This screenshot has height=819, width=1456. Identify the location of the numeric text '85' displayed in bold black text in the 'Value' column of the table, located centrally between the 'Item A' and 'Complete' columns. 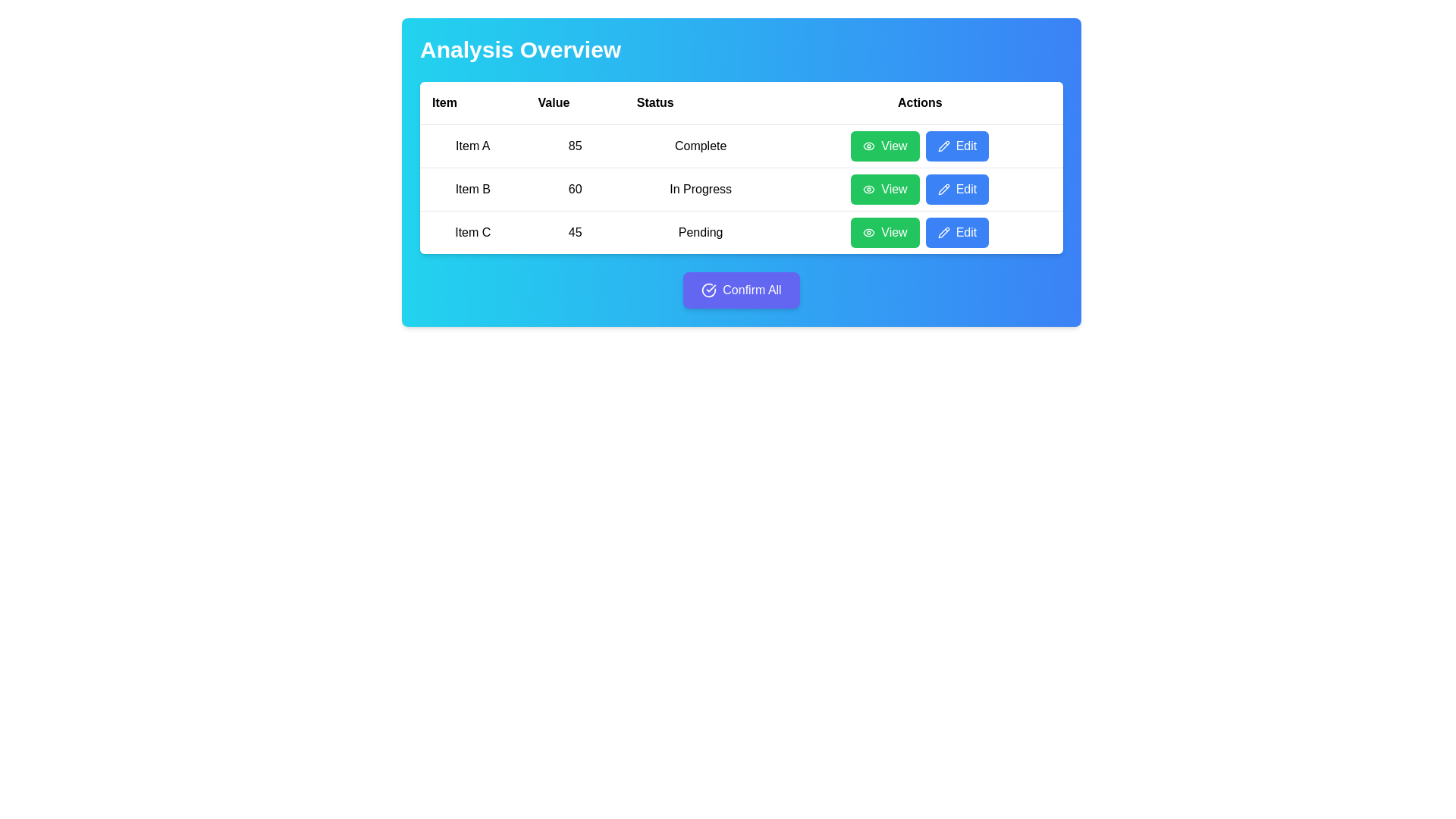
(574, 146).